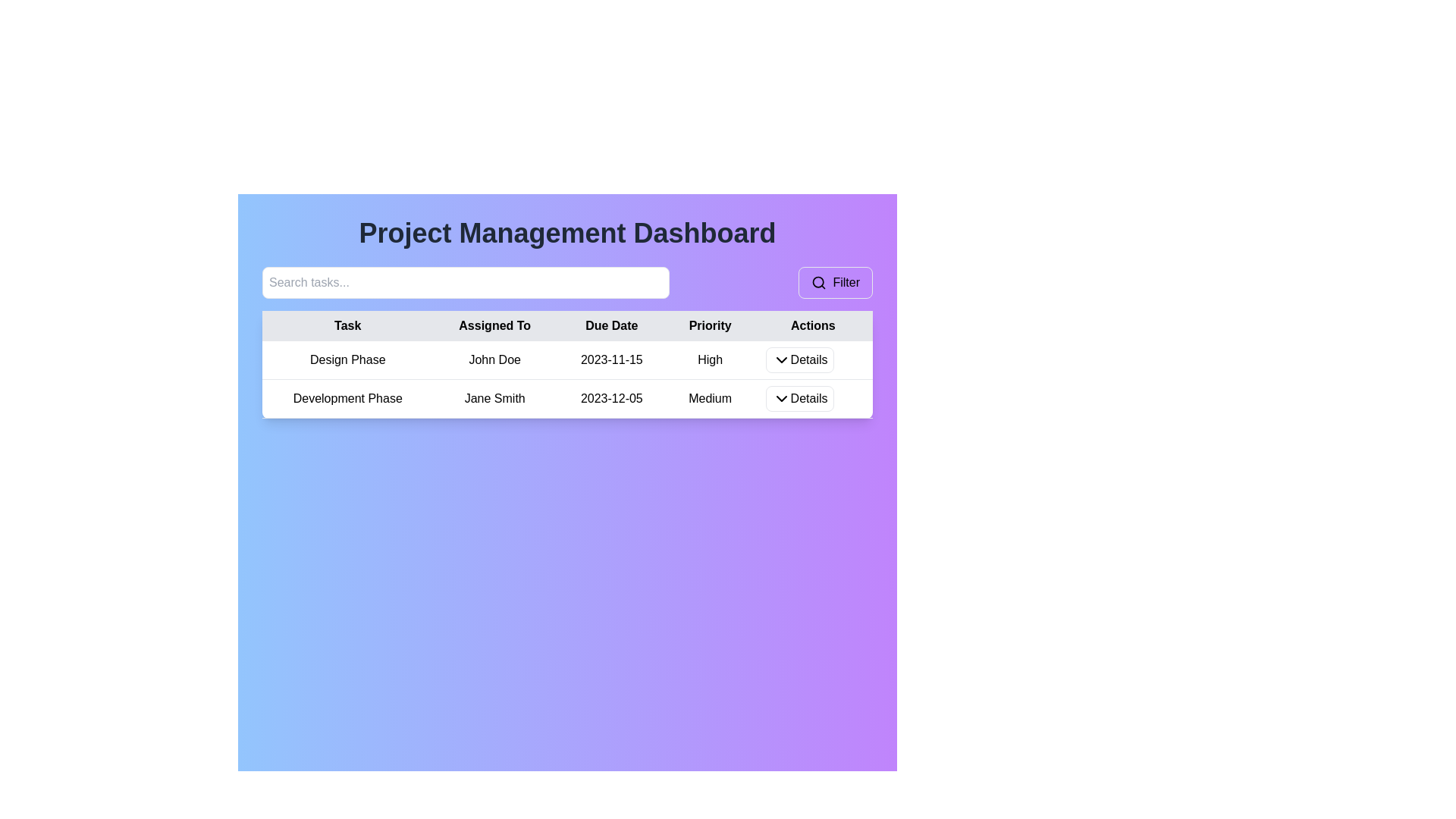 This screenshot has height=819, width=1456. Describe the element at coordinates (812, 325) in the screenshot. I see `the Table Header Cell displaying 'Actions' in bold text, located in the rightmost column of the header row` at that location.